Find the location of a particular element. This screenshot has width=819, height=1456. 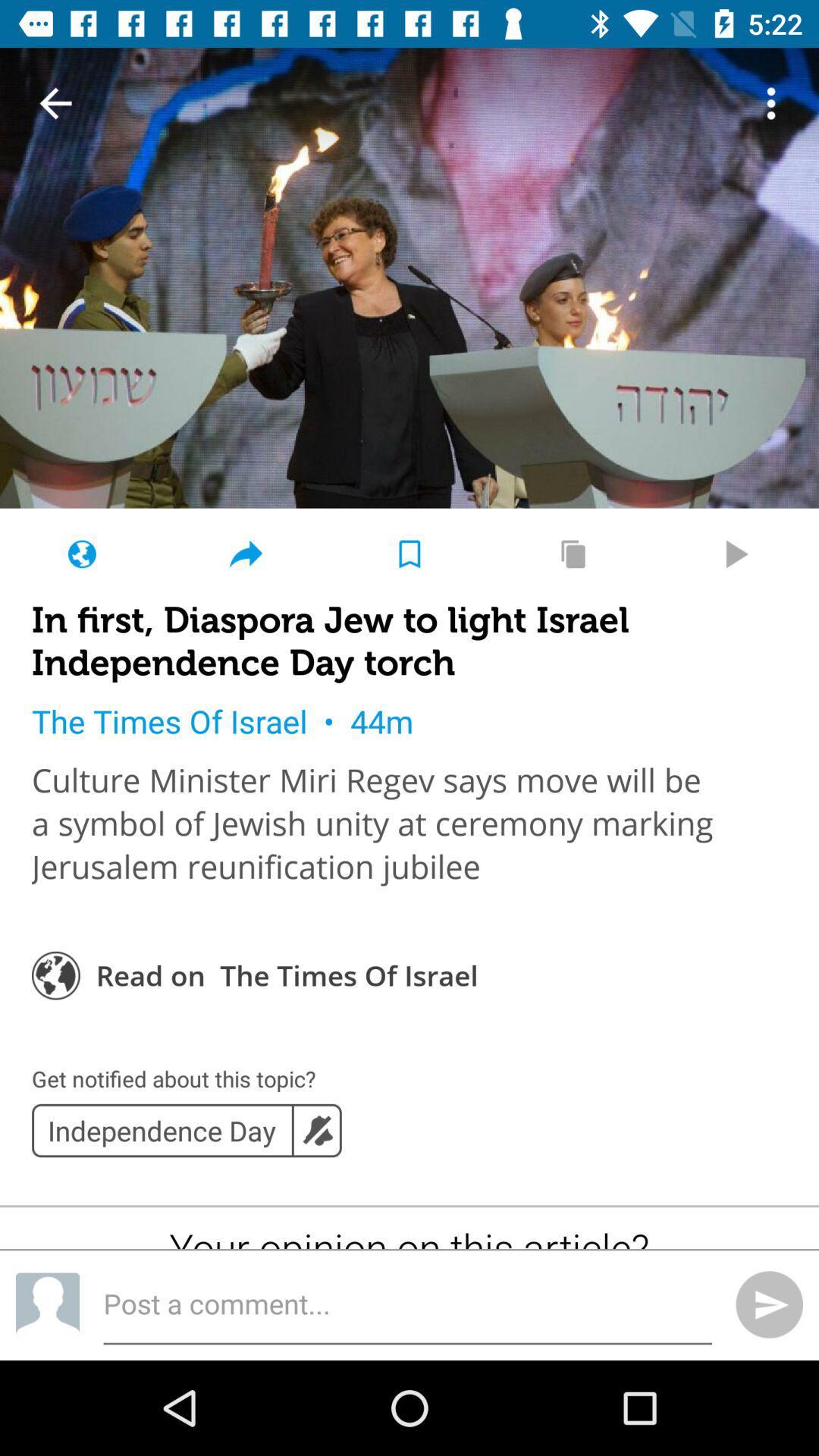

the send icon is located at coordinates (769, 1304).